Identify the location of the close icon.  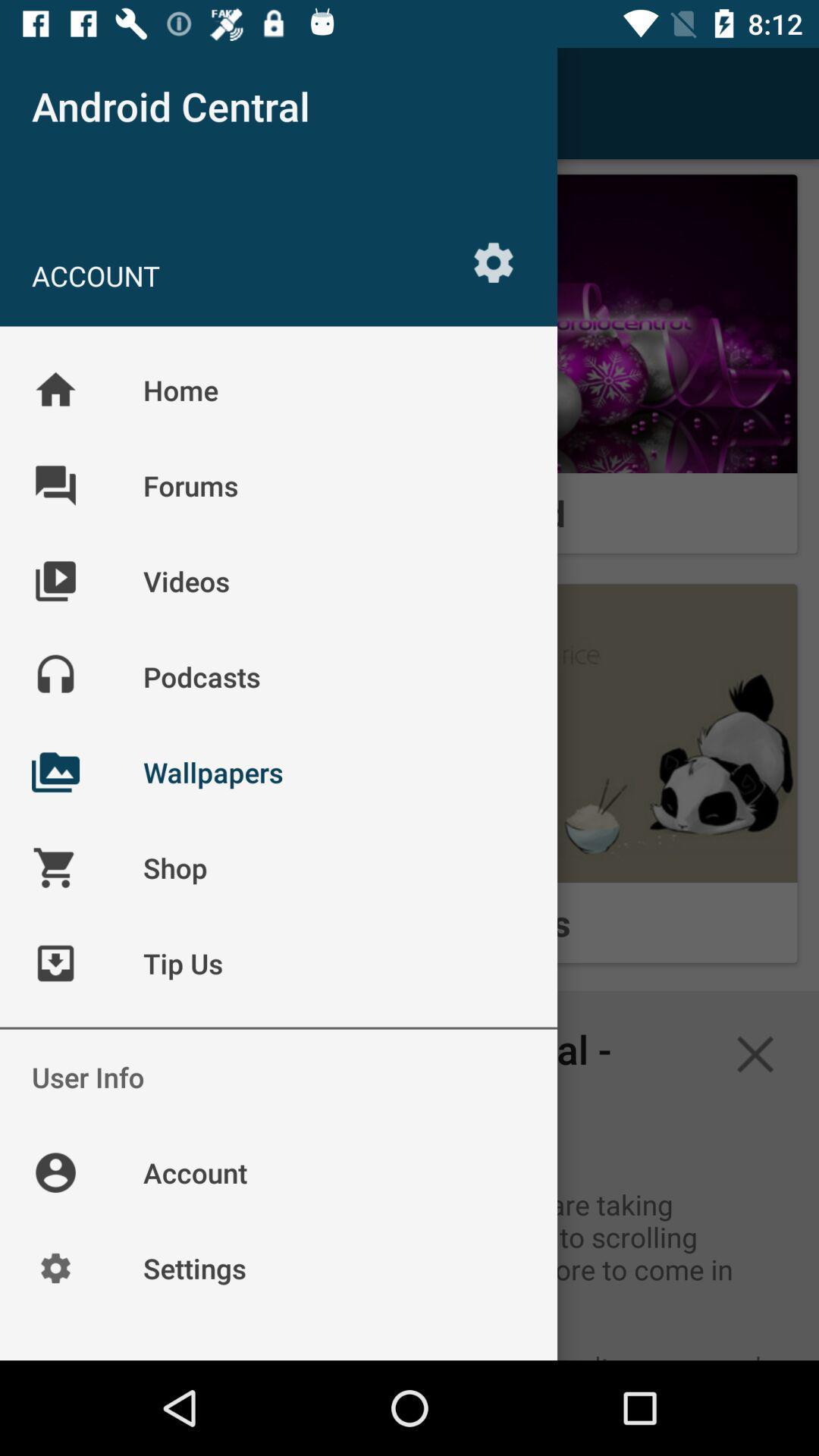
(755, 1053).